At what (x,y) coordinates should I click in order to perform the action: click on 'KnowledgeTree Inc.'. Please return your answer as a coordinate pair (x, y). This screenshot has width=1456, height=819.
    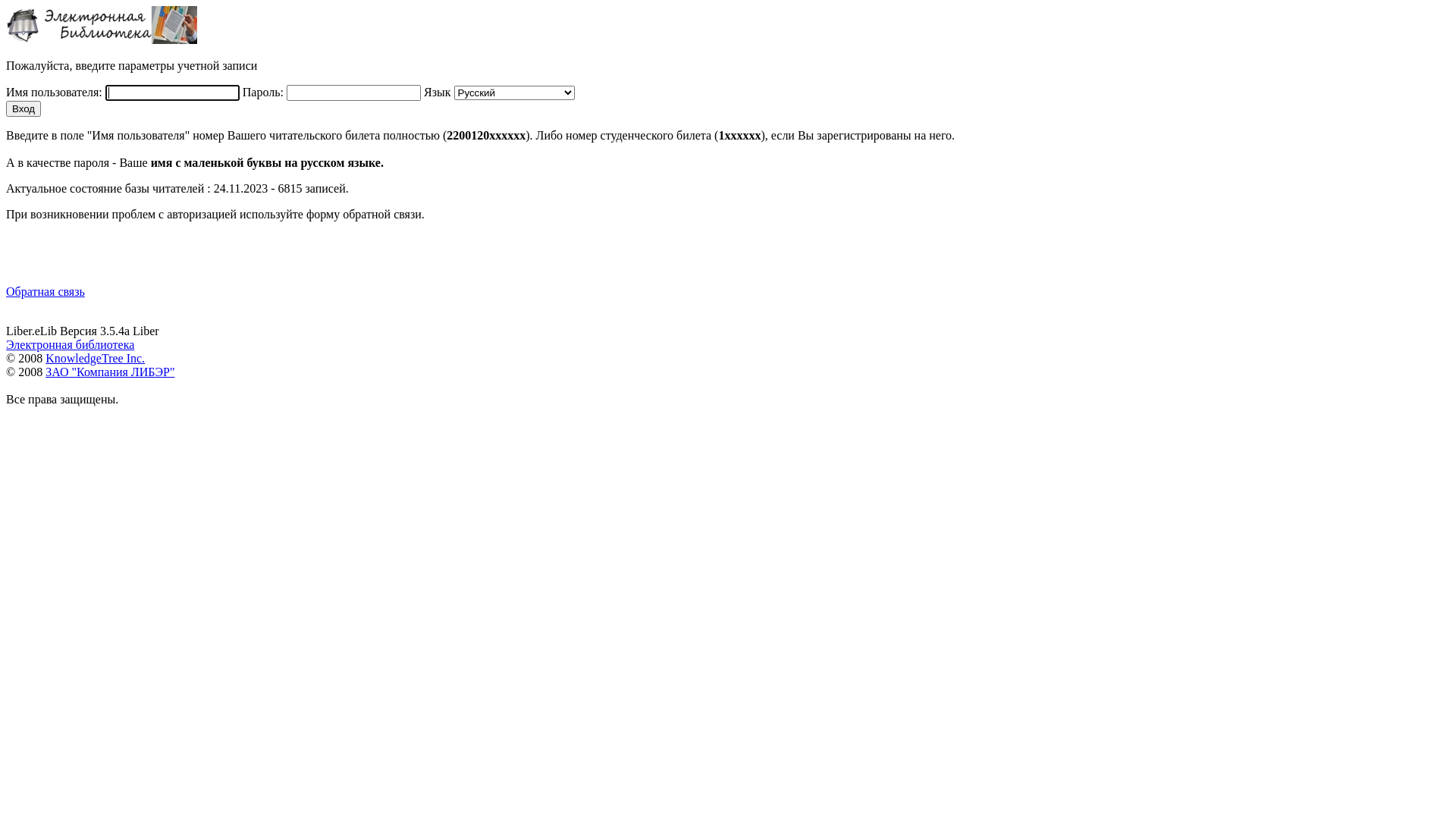
    Looking at the image, I should click on (94, 358).